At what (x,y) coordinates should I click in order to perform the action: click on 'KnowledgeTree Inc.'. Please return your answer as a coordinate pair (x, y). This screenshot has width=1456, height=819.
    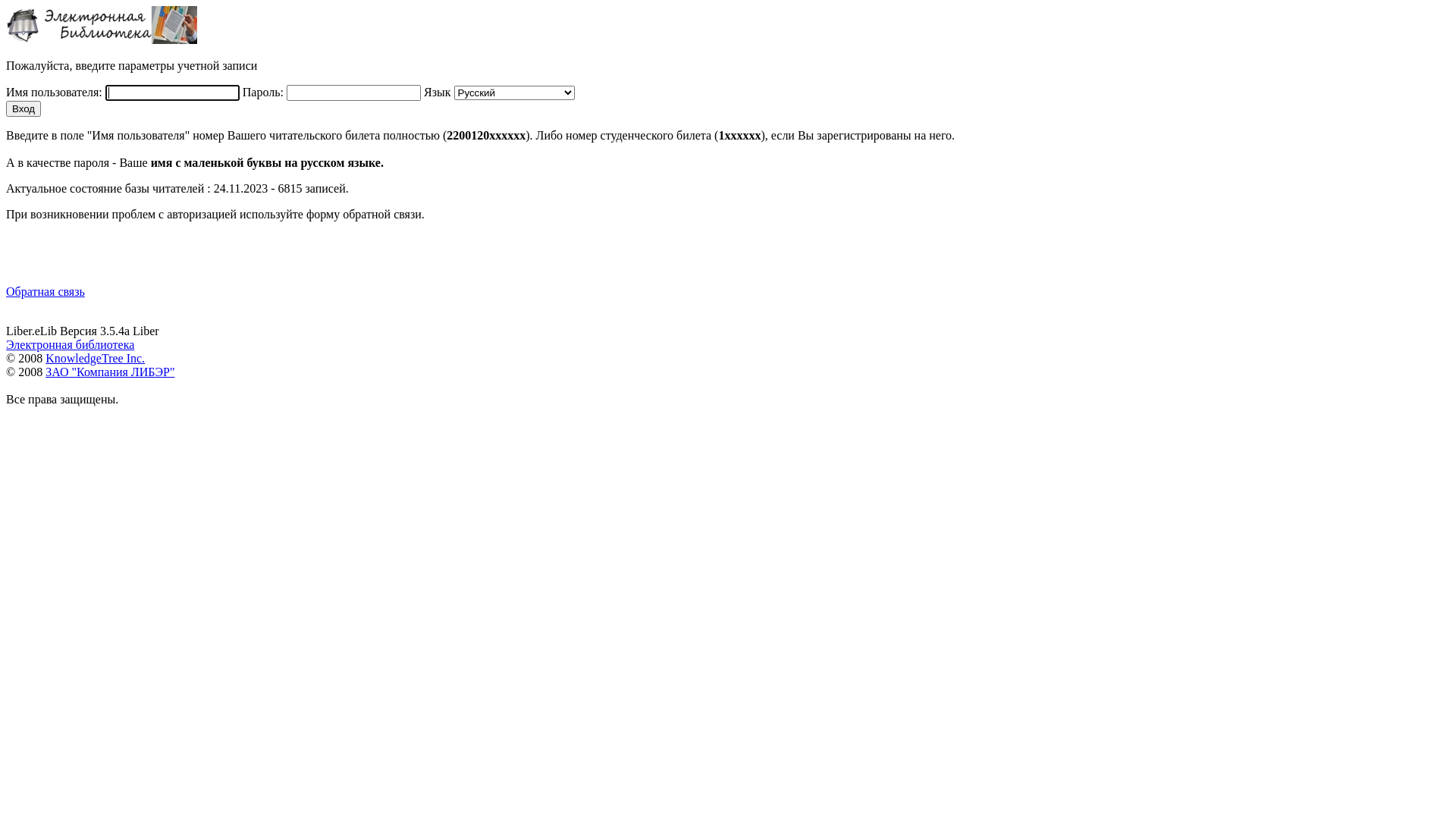
    Looking at the image, I should click on (94, 358).